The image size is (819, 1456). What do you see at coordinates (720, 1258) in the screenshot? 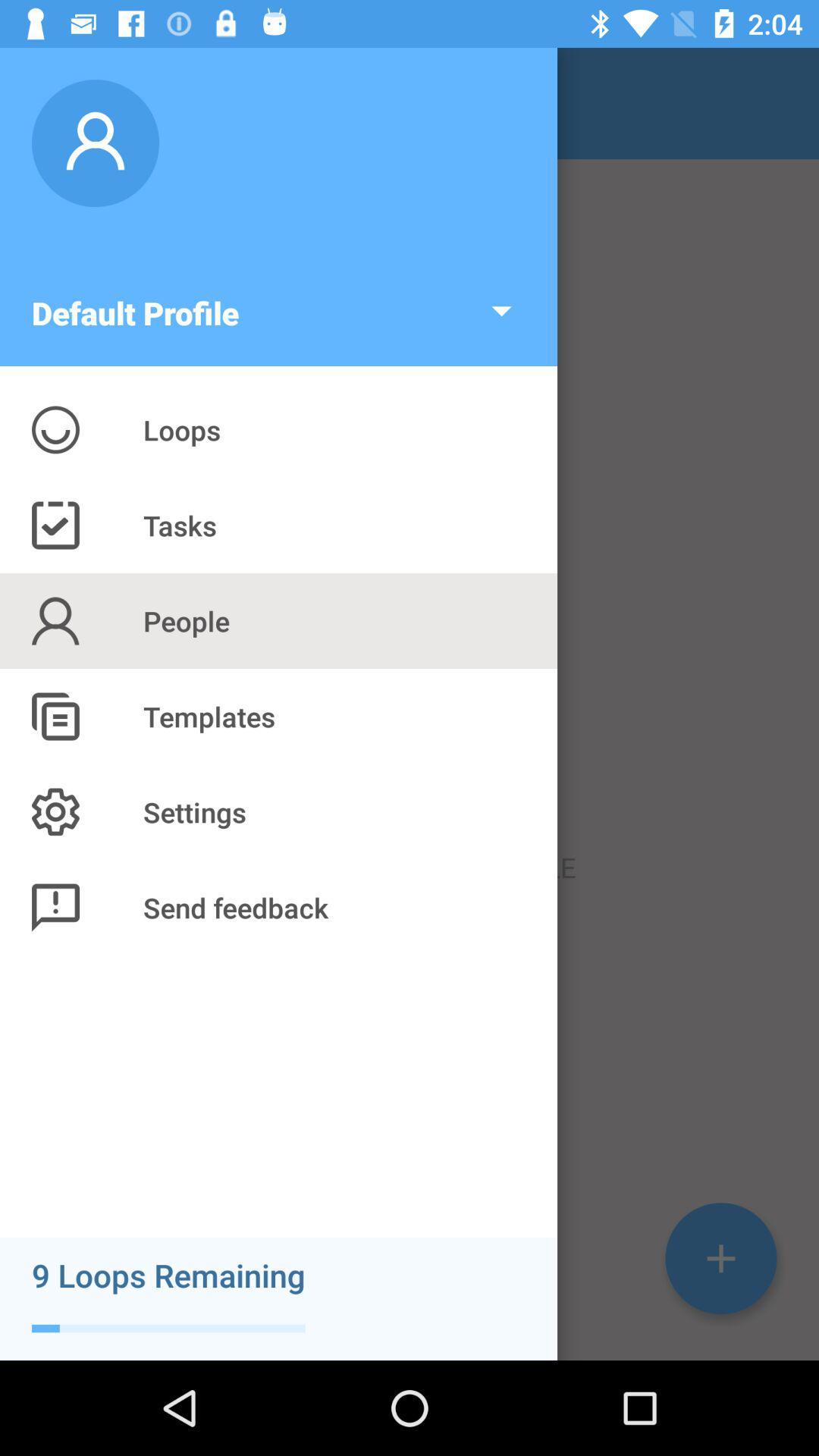
I see `the add icon` at bounding box center [720, 1258].